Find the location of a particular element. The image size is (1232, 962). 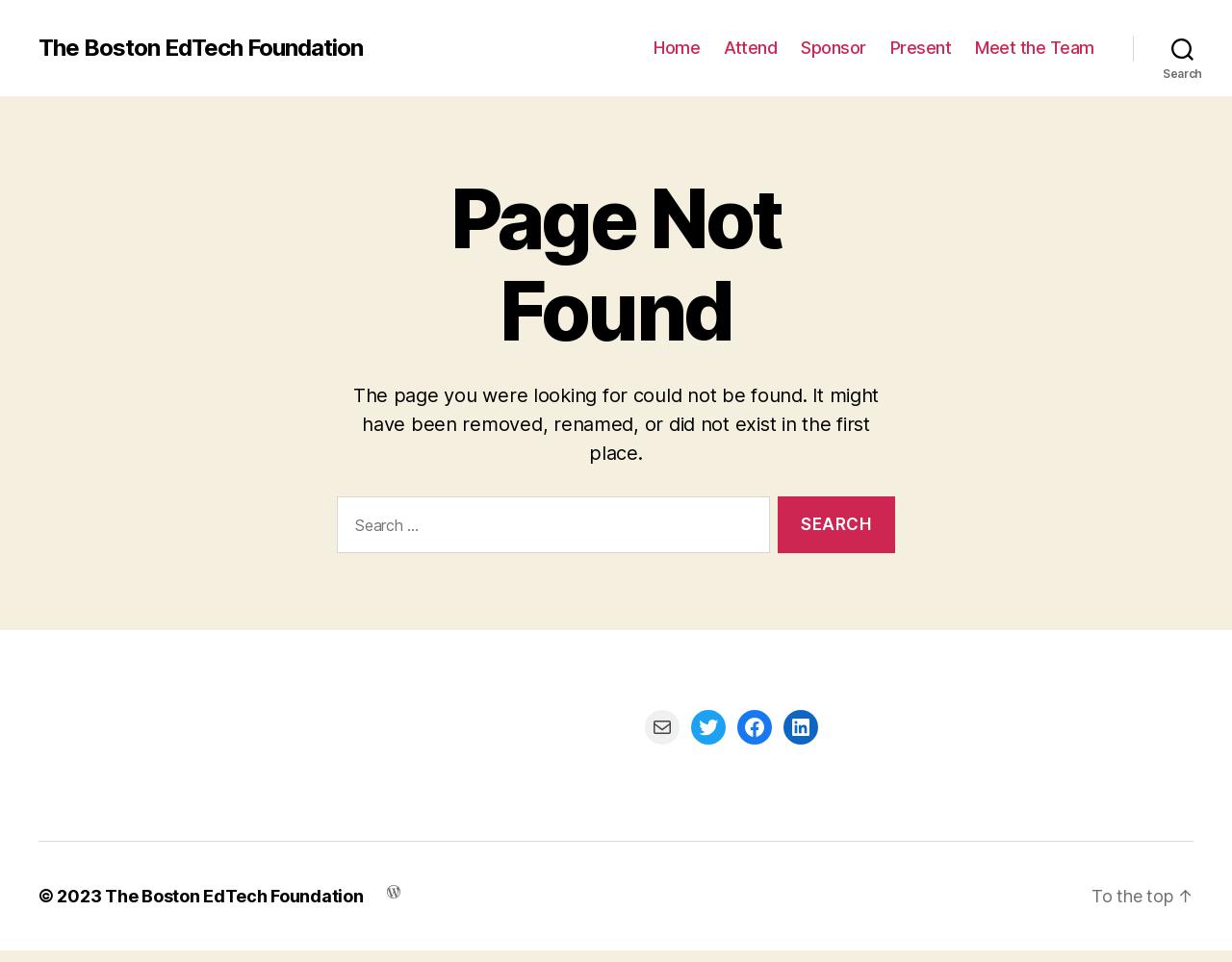

'Present' is located at coordinates (919, 47).